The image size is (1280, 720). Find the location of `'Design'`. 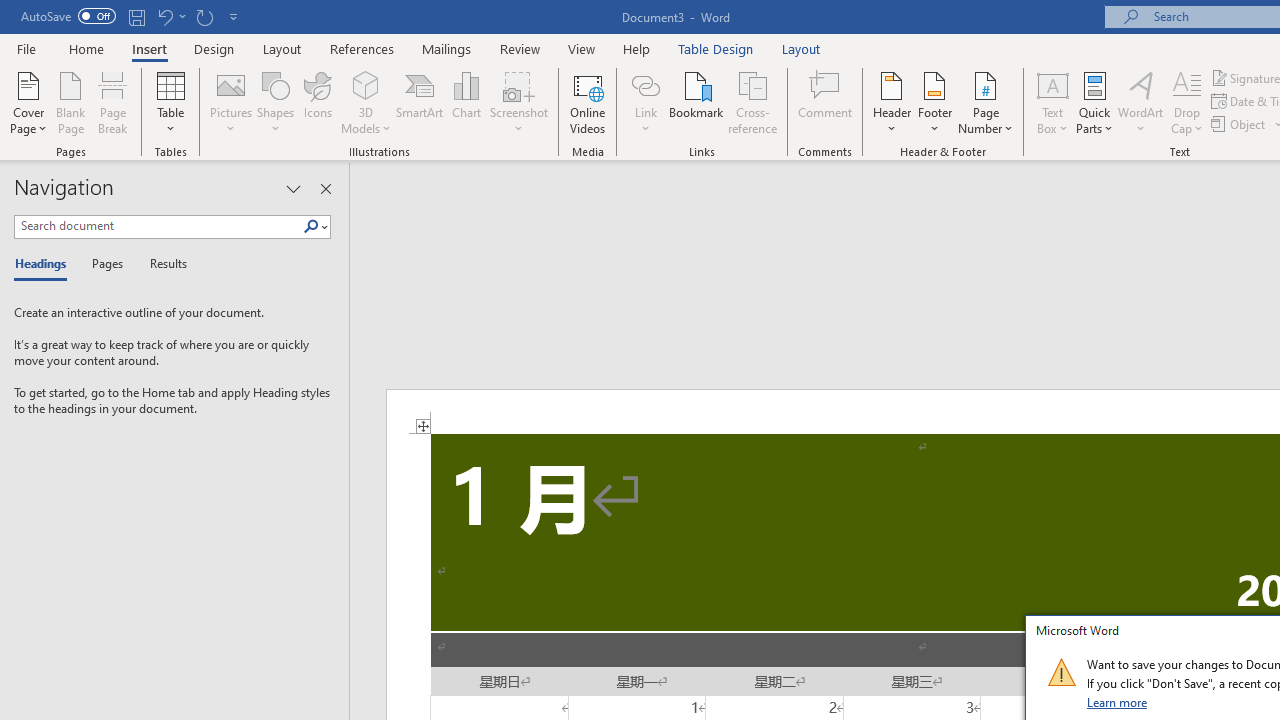

'Design' is located at coordinates (214, 48).